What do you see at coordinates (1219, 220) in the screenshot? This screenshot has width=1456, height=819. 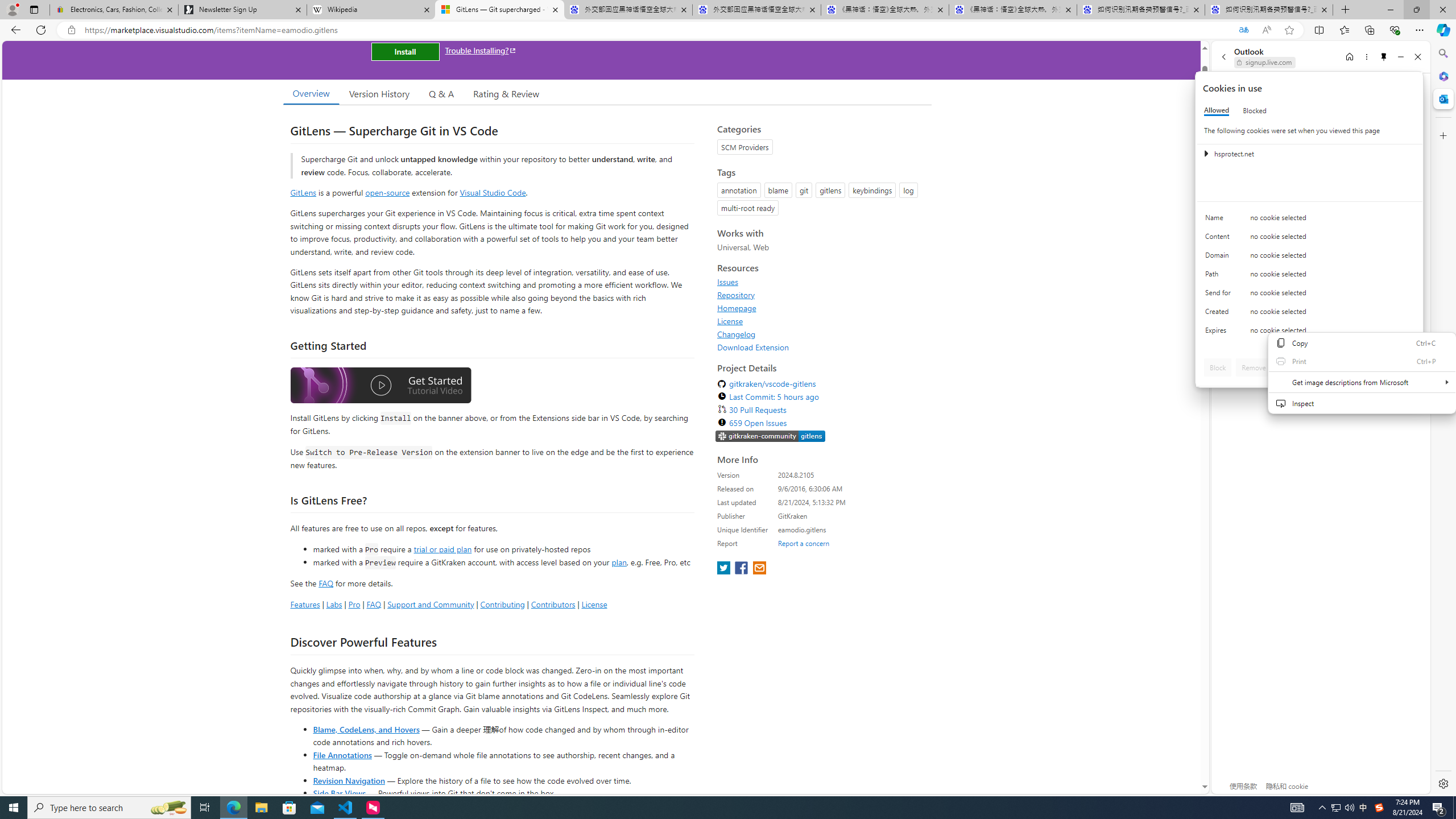 I see `'Name'` at bounding box center [1219, 220].